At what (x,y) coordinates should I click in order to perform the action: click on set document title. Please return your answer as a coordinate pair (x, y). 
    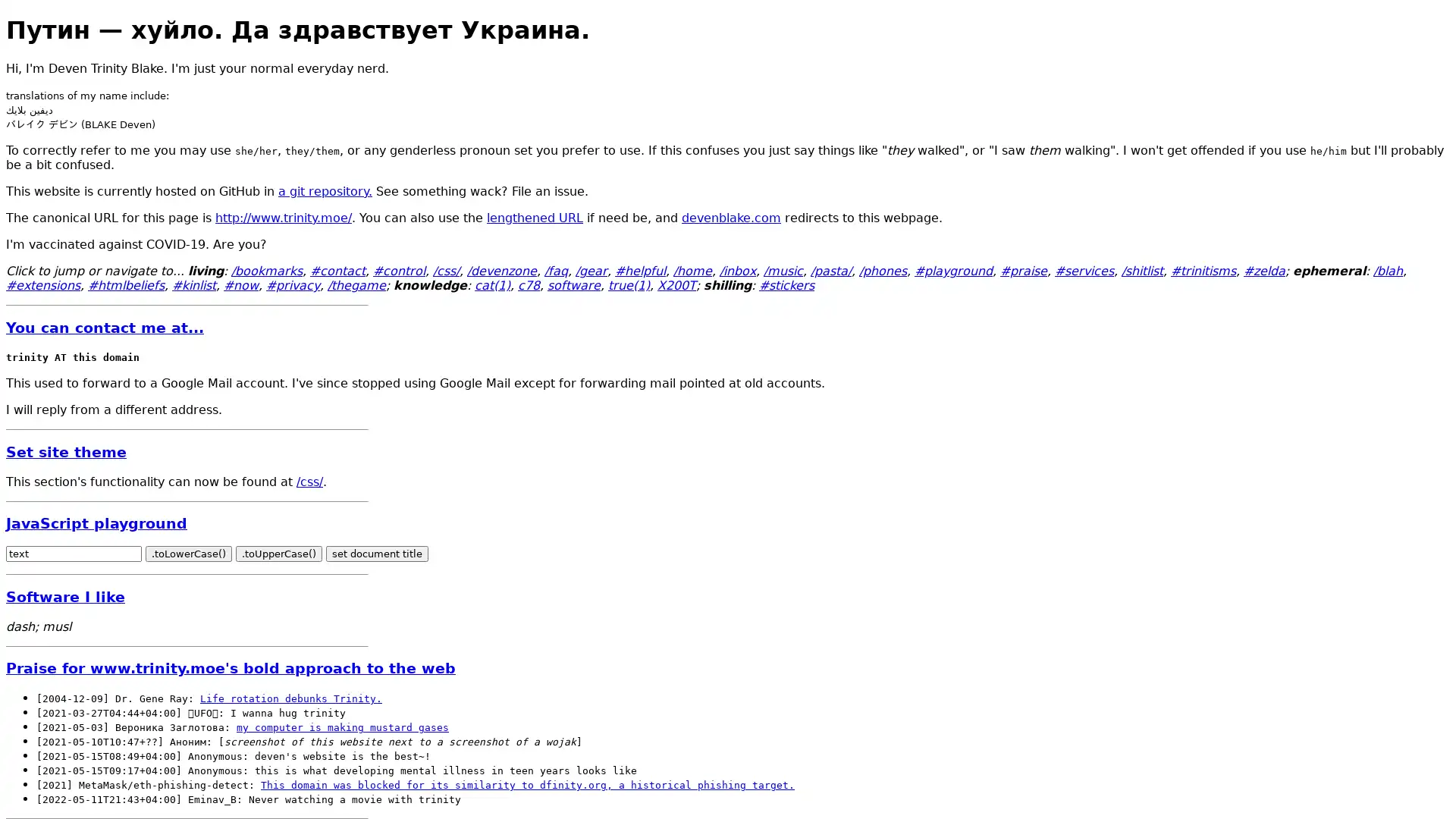
    Looking at the image, I should click on (377, 554).